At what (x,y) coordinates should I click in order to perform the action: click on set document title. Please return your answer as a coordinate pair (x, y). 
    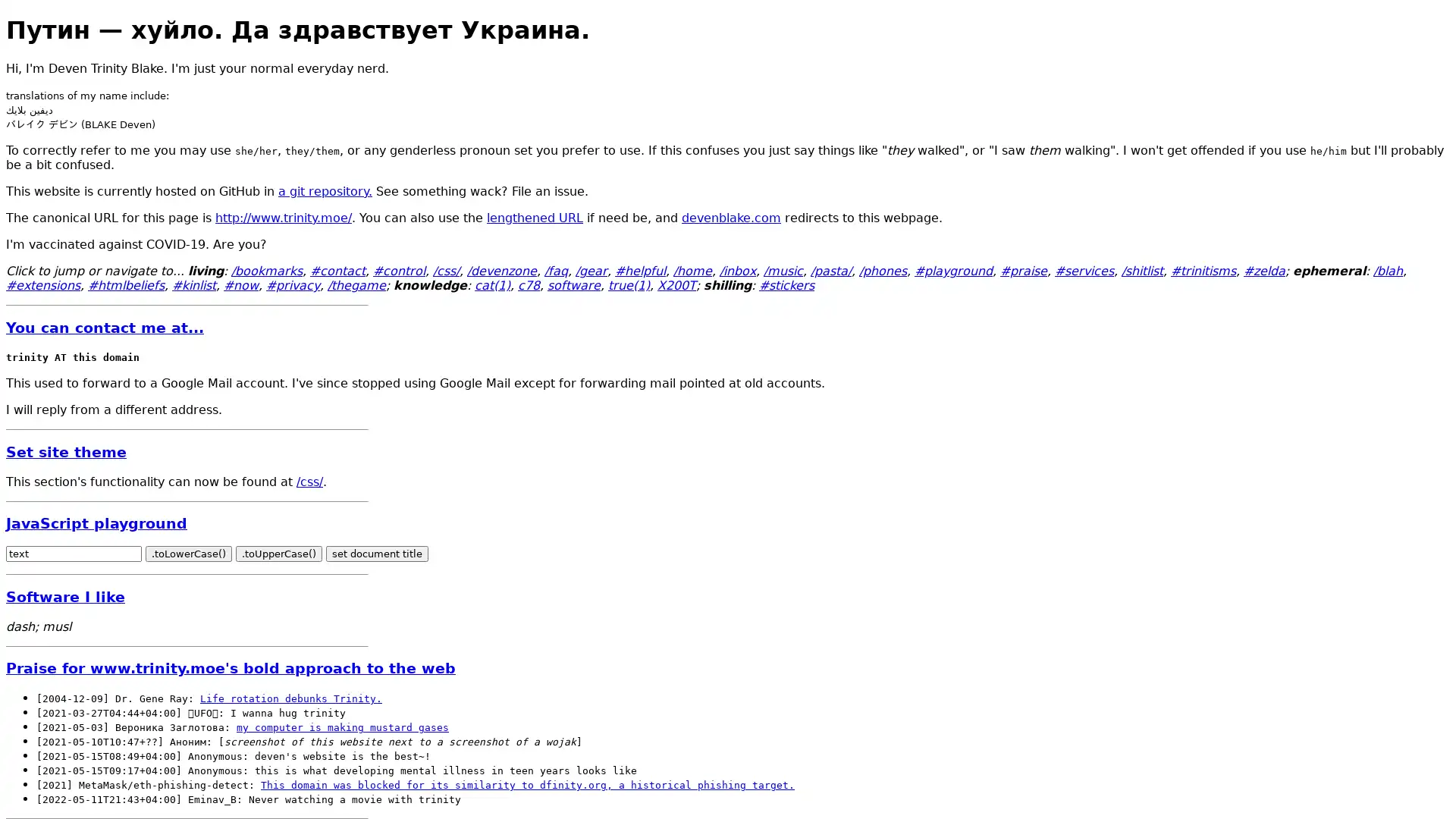
    Looking at the image, I should click on (377, 554).